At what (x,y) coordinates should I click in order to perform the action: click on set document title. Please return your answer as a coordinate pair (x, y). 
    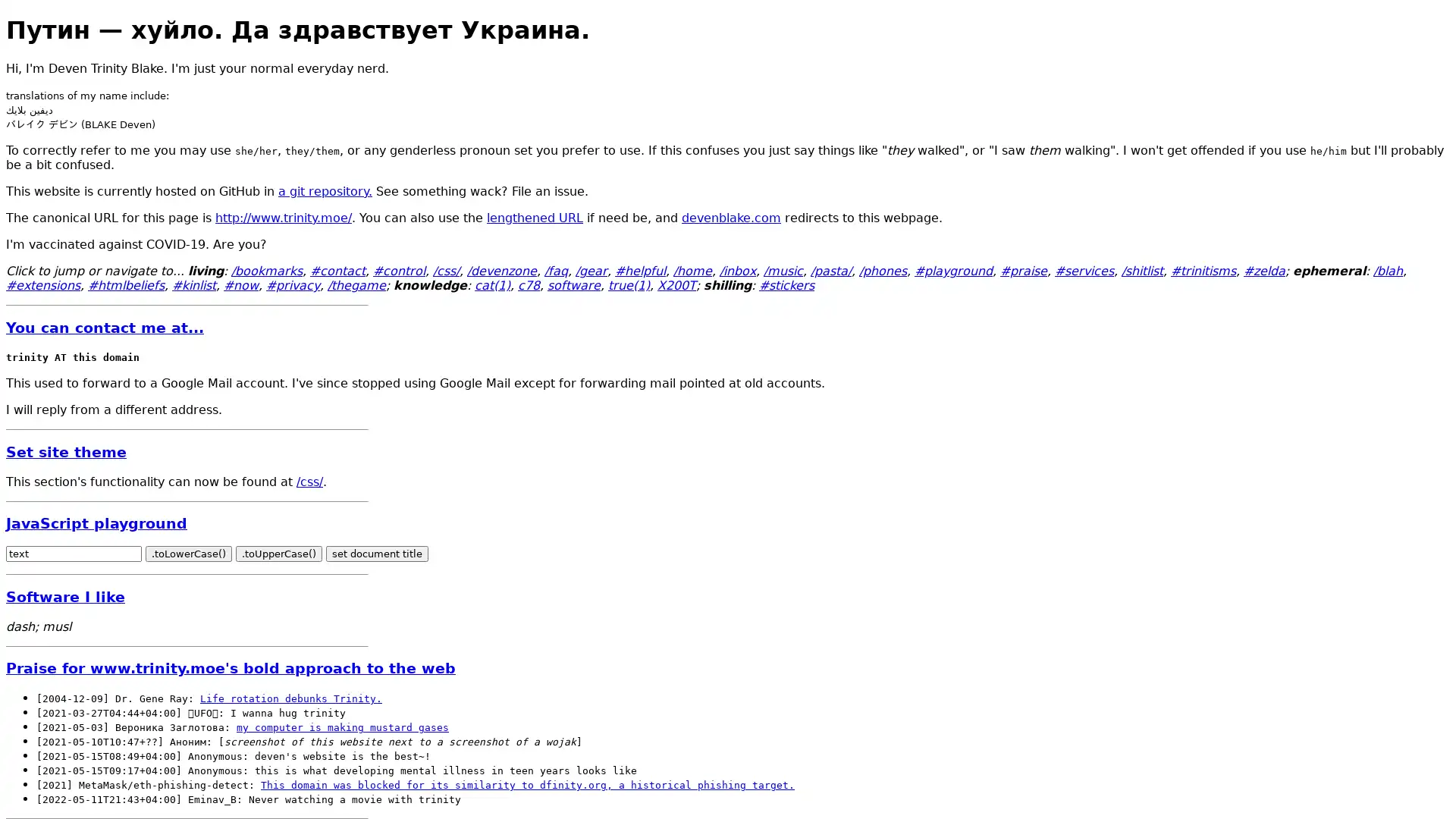
    Looking at the image, I should click on (377, 554).